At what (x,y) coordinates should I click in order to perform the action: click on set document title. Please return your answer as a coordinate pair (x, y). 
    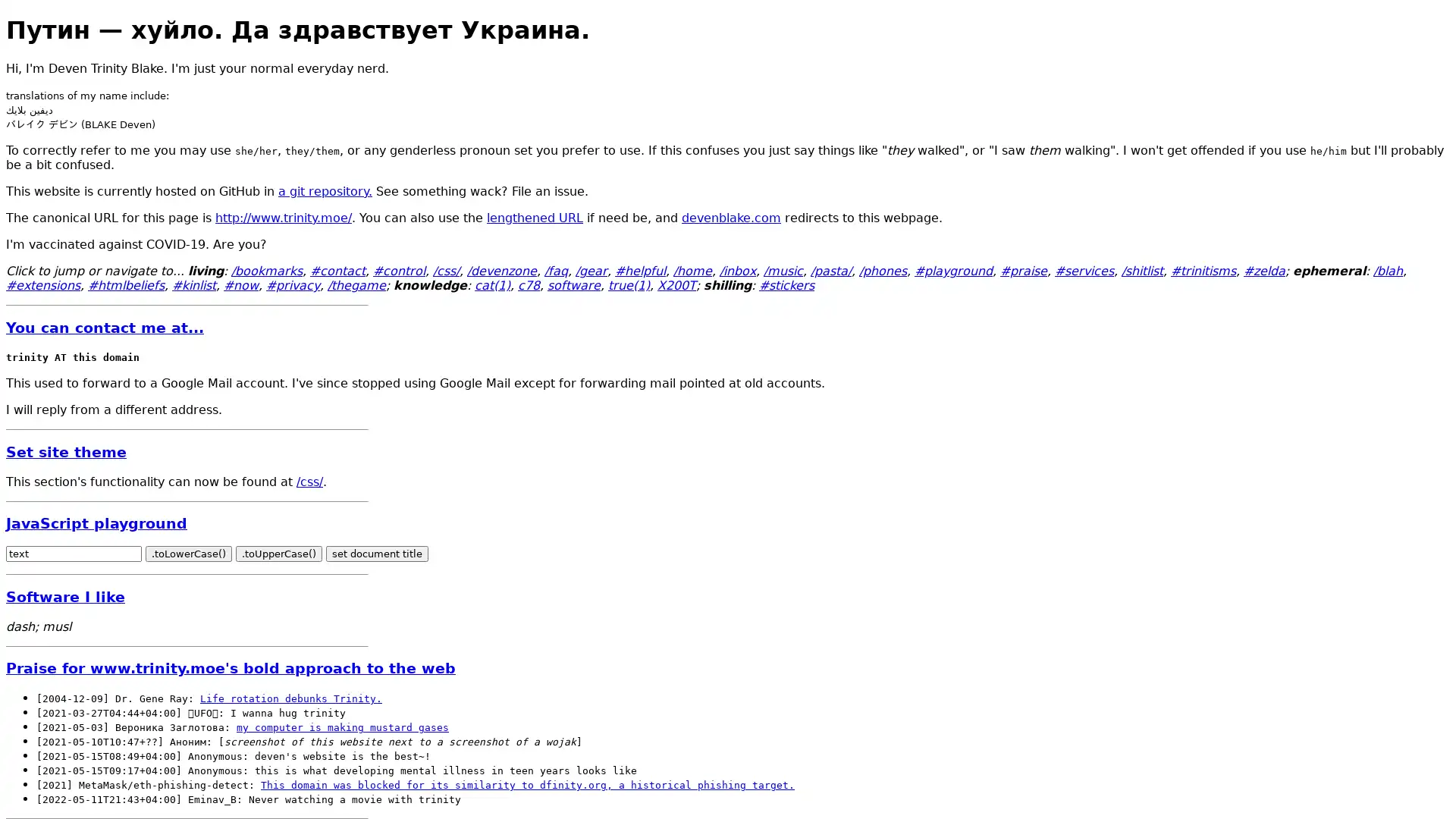
    Looking at the image, I should click on (377, 554).